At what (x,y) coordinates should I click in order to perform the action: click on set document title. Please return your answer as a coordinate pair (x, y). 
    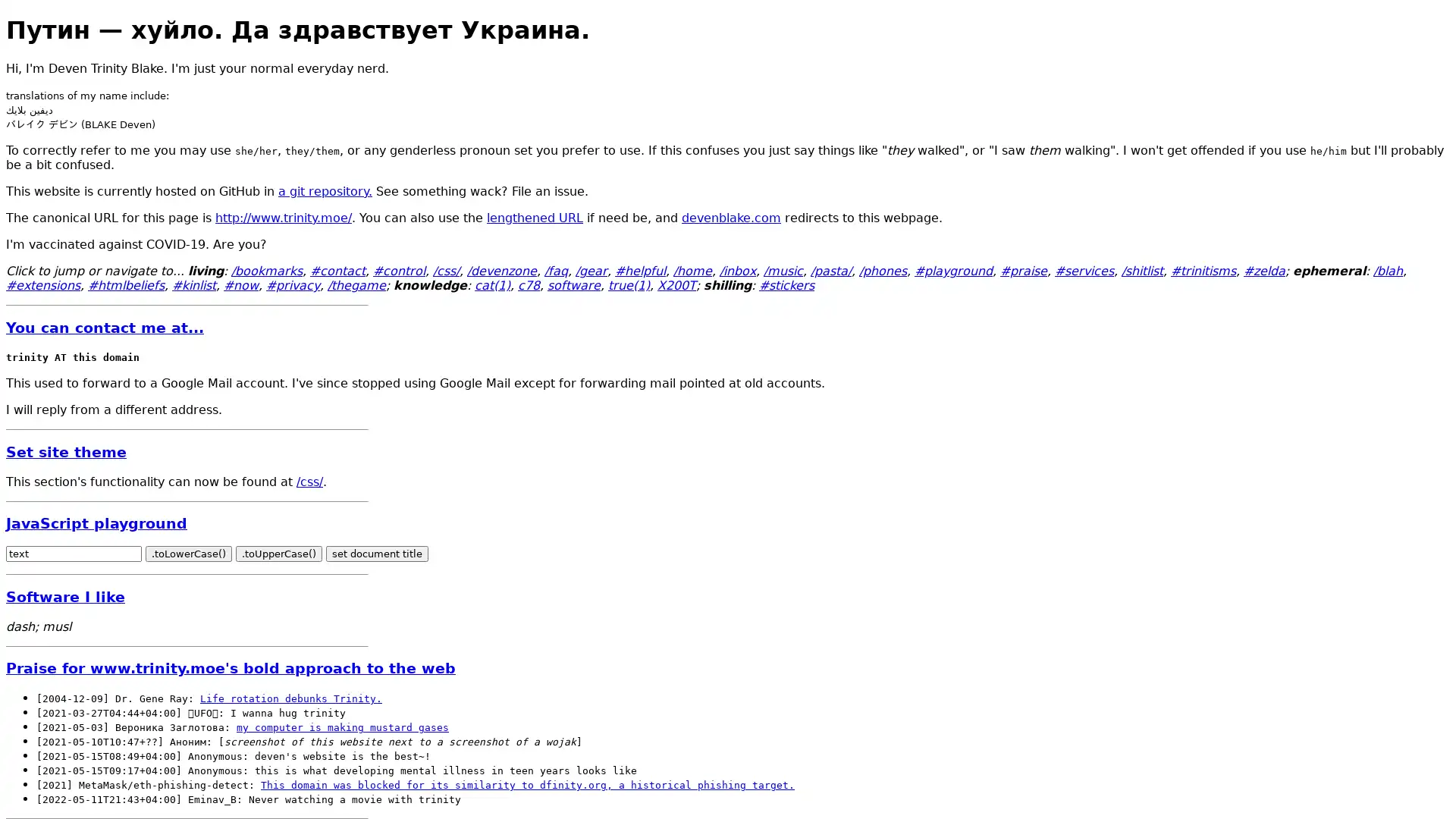
    Looking at the image, I should click on (377, 554).